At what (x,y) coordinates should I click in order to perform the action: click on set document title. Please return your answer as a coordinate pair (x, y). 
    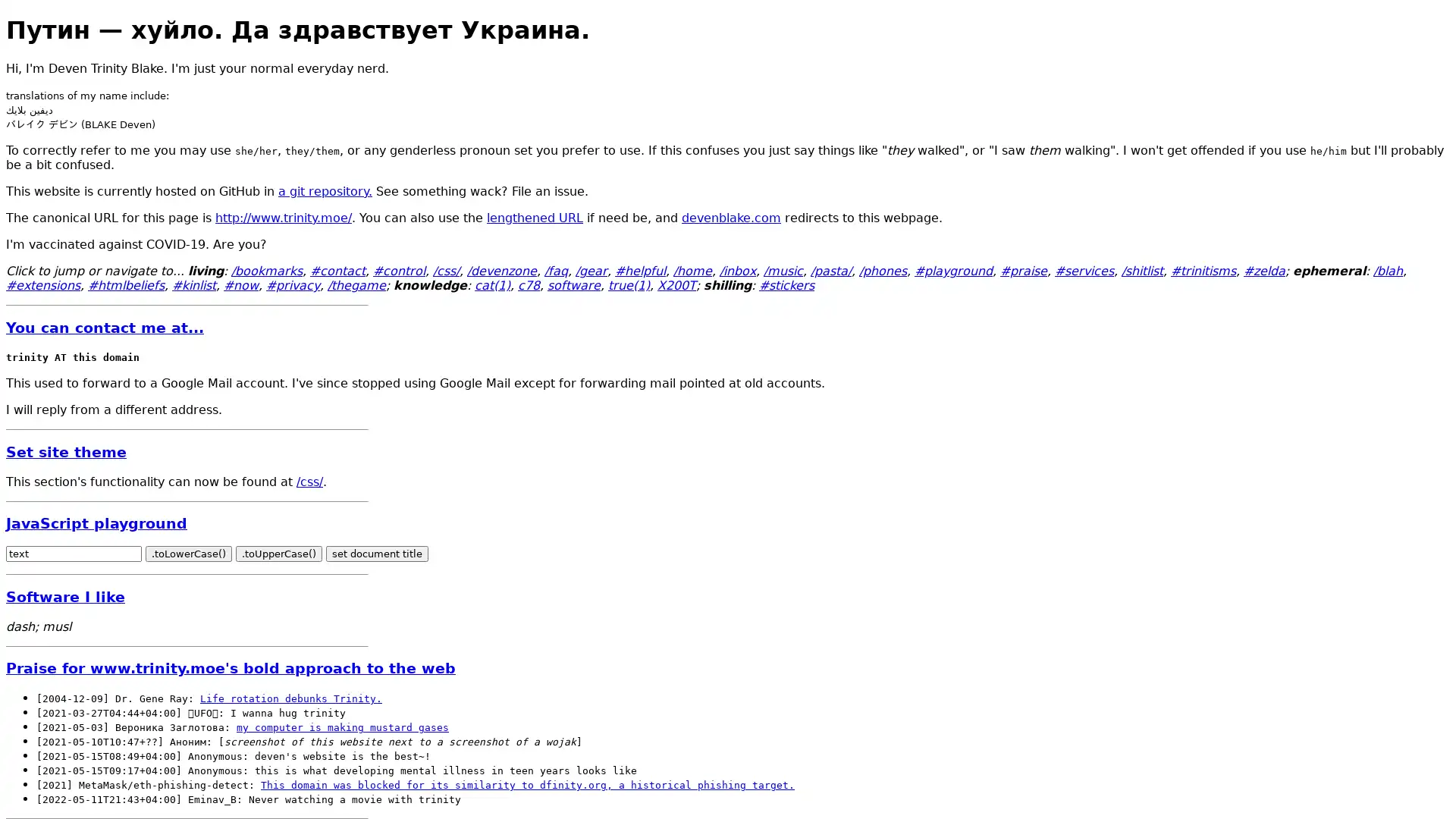
    Looking at the image, I should click on (377, 554).